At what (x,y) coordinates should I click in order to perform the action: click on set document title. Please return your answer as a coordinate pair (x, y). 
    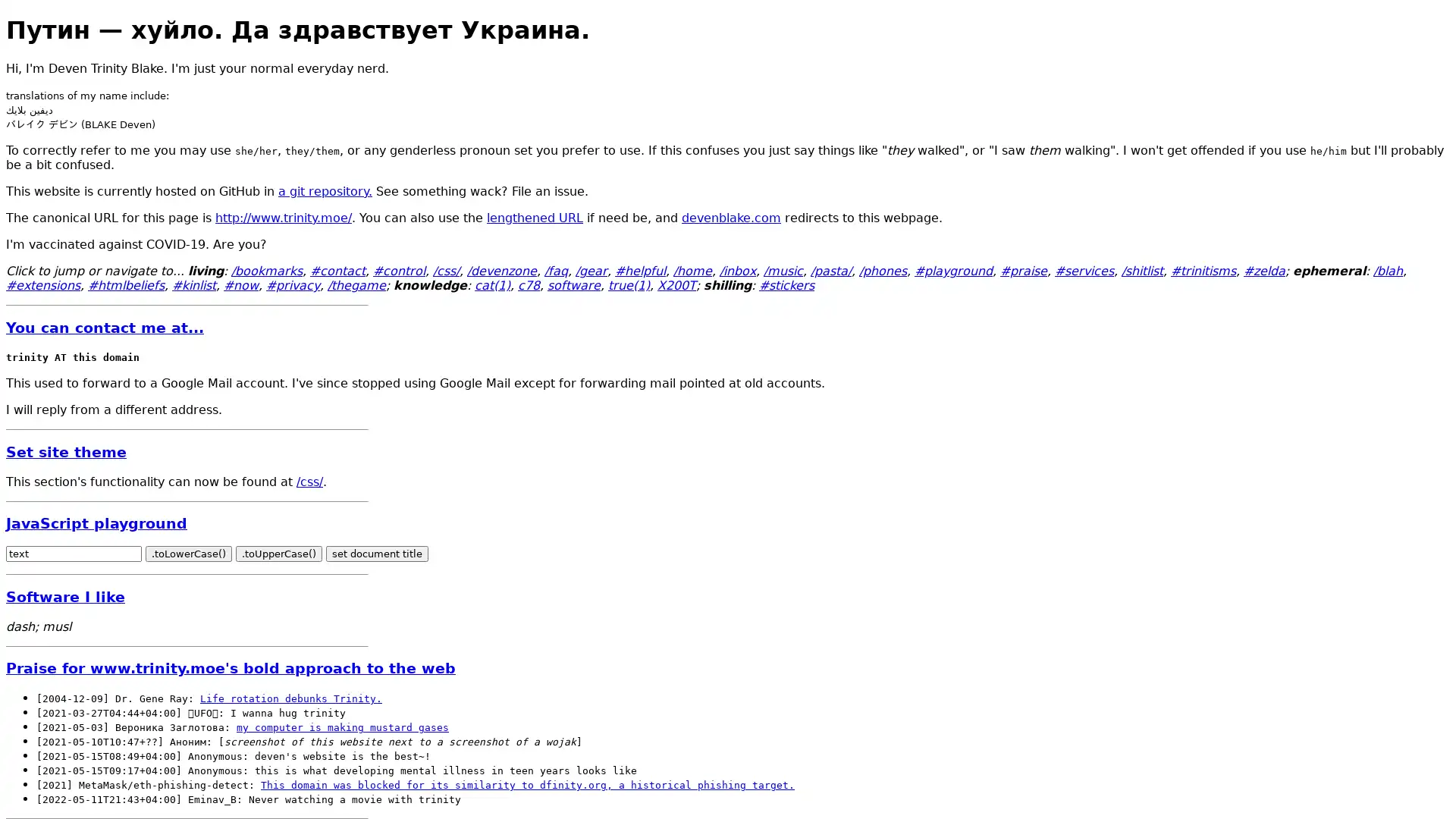
    Looking at the image, I should click on (377, 554).